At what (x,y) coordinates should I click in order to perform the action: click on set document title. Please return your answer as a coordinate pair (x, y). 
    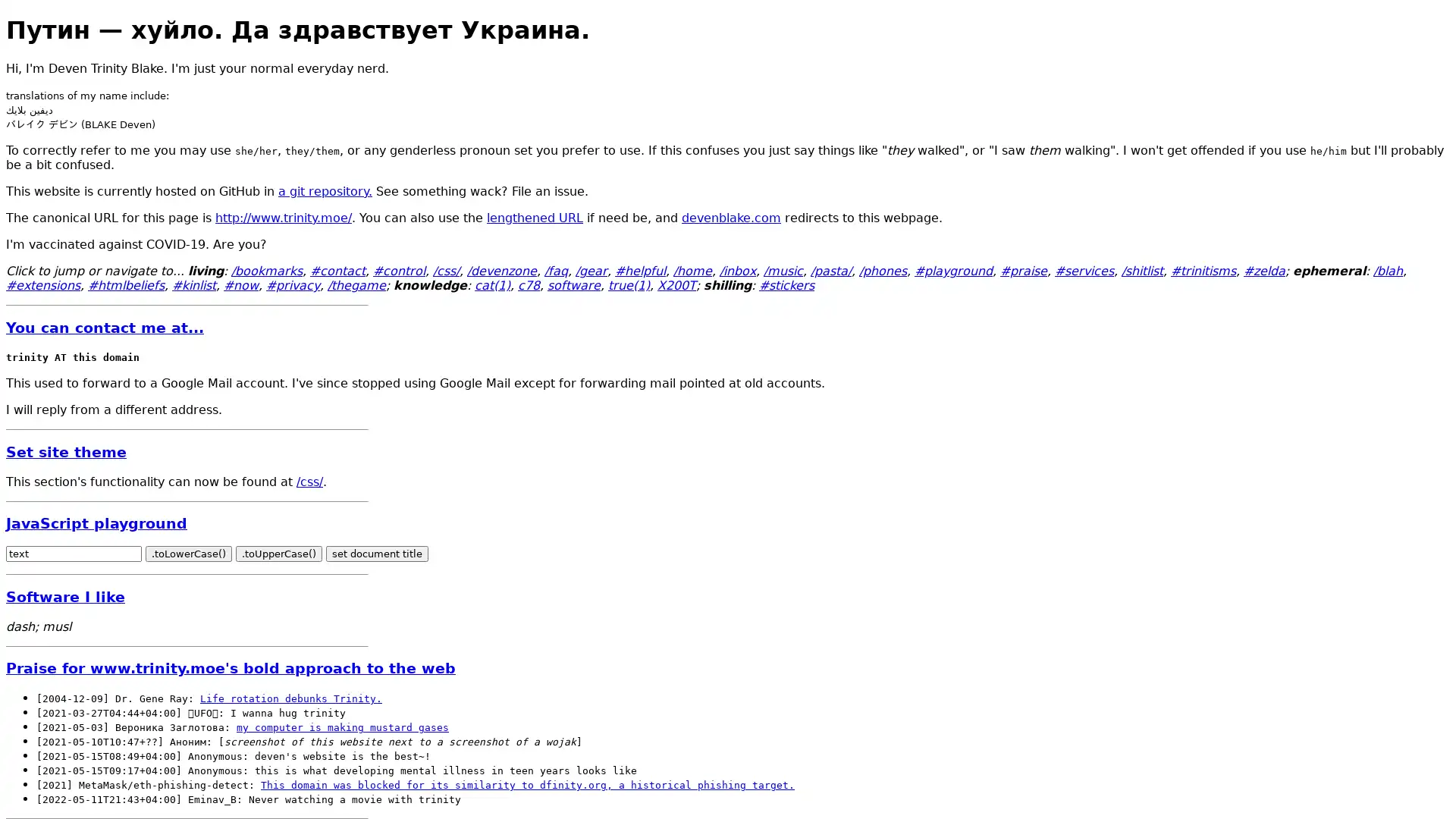
    Looking at the image, I should click on (377, 554).